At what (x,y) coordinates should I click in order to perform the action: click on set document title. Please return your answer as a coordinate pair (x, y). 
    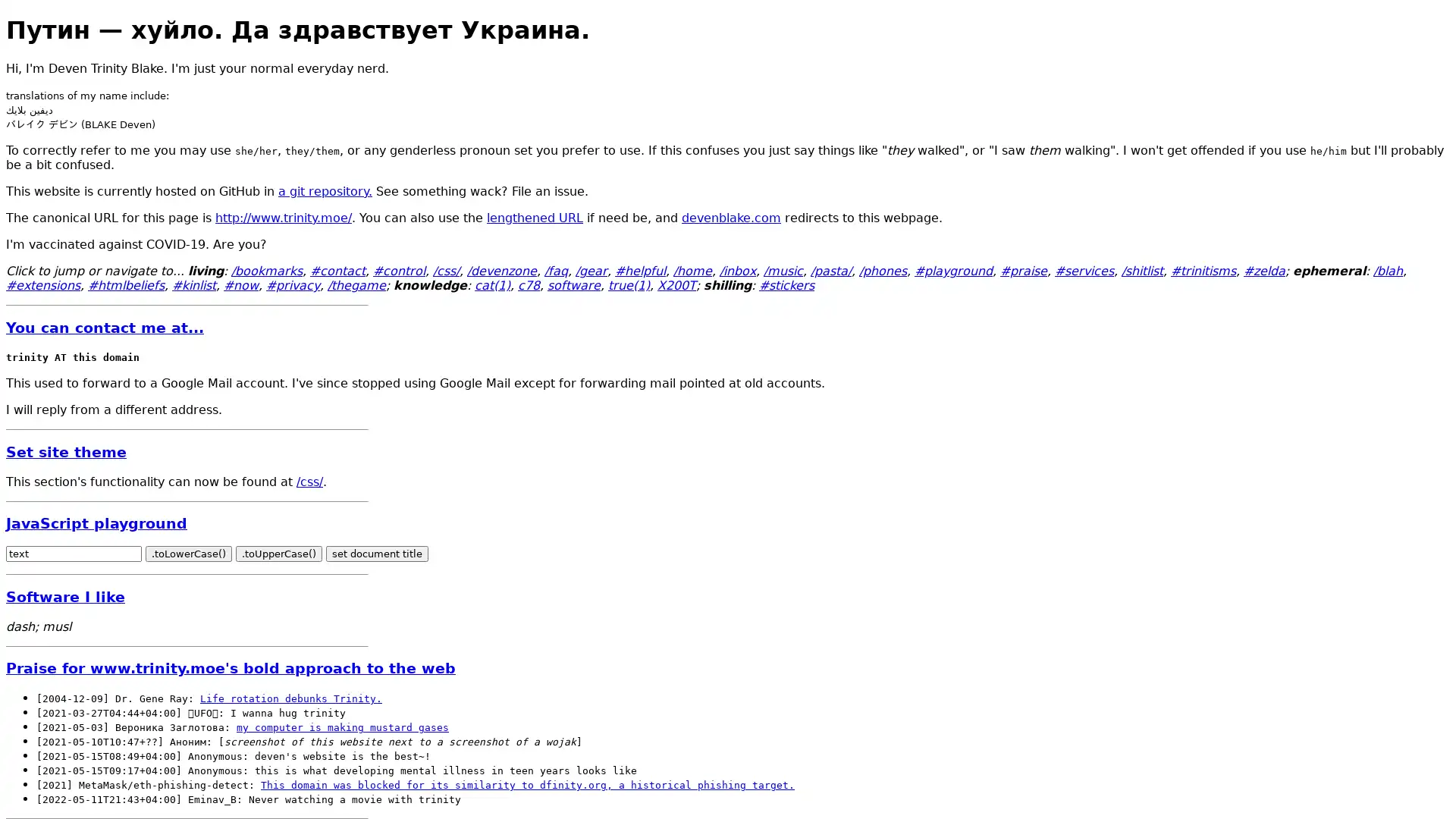
    Looking at the image, I should click on (377, 554).